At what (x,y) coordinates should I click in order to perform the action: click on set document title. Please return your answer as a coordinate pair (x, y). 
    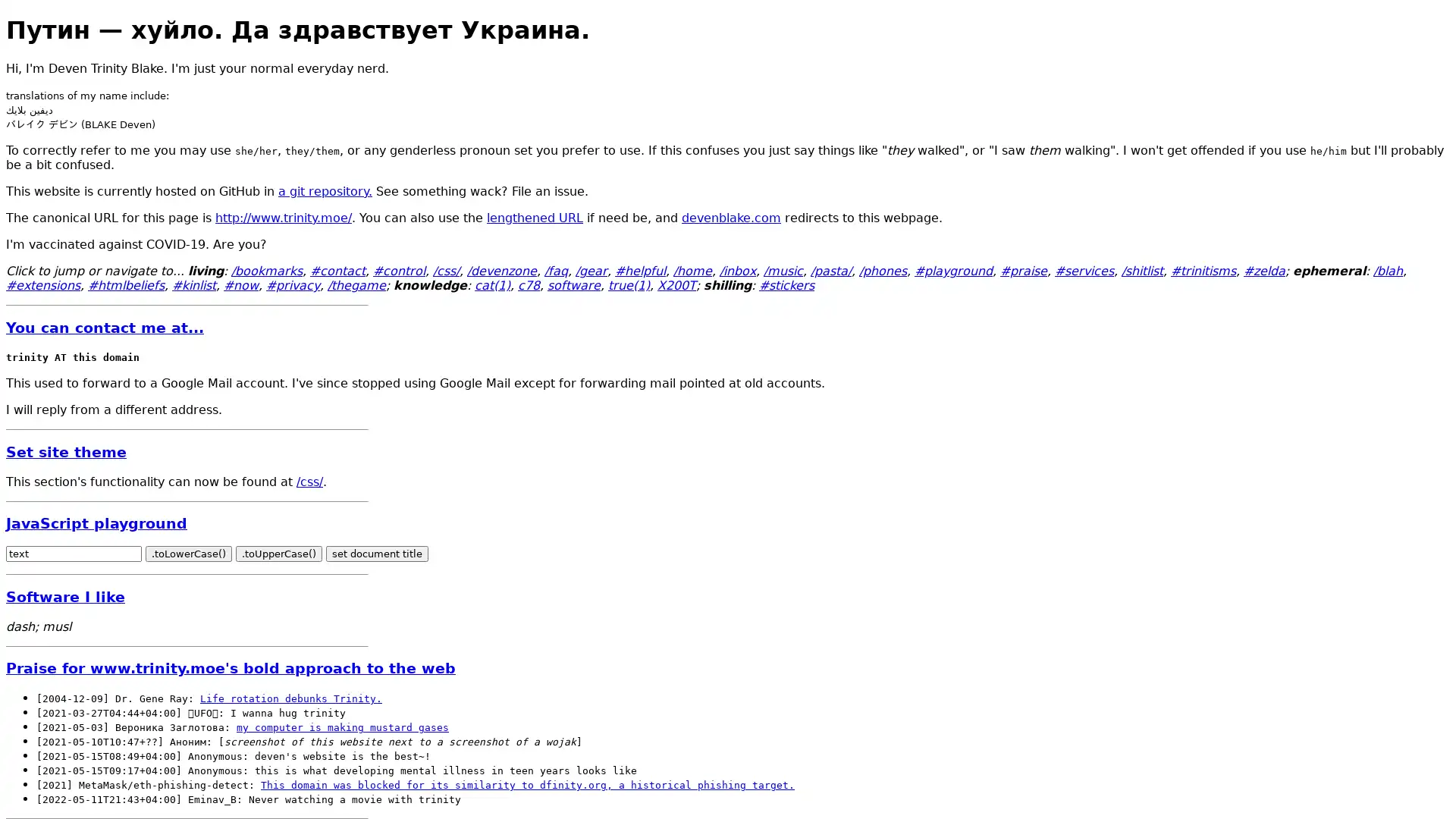
    Looking at the image, I should click on (377, 554).